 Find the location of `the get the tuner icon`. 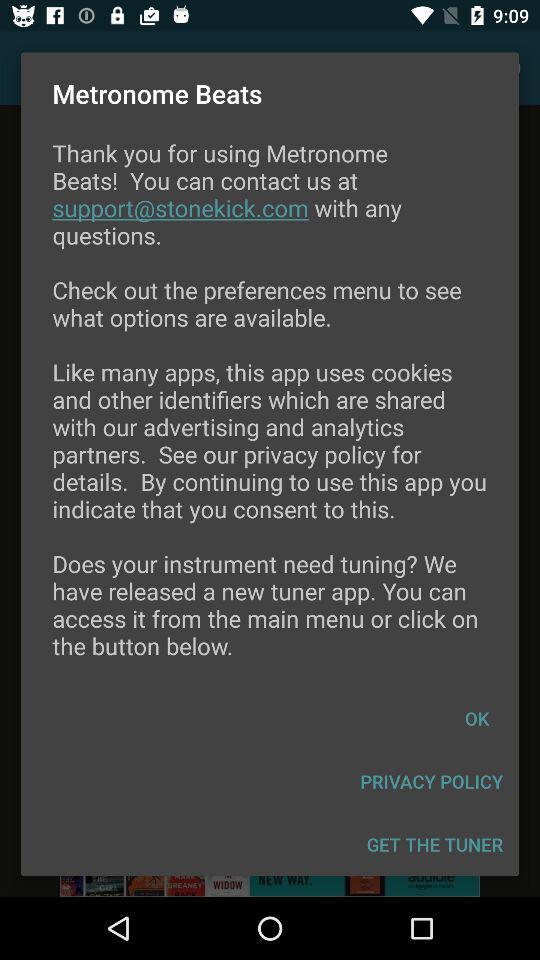

the get the tuner icon is located at coordinates (434, 843).